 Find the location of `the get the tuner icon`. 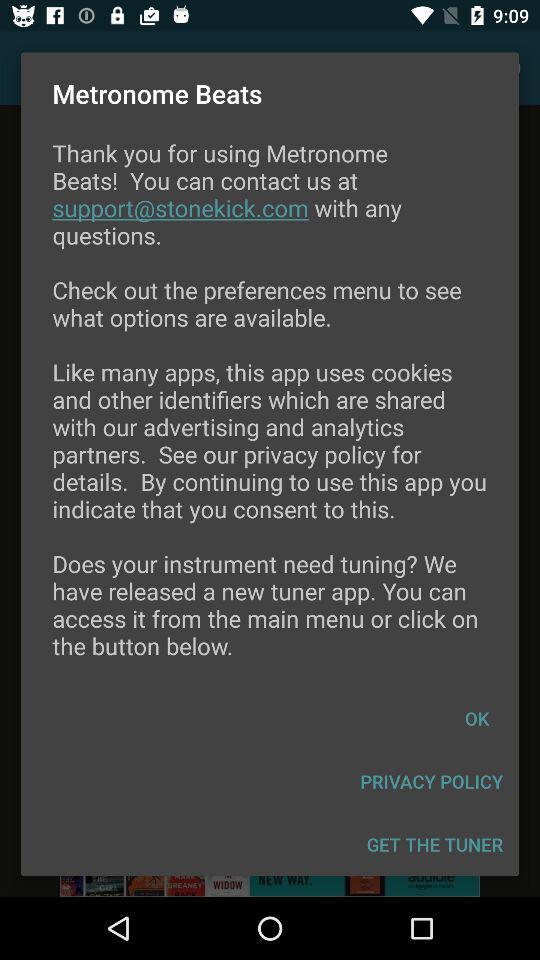

the get the tuner icon is located at coordinates (434, 843).